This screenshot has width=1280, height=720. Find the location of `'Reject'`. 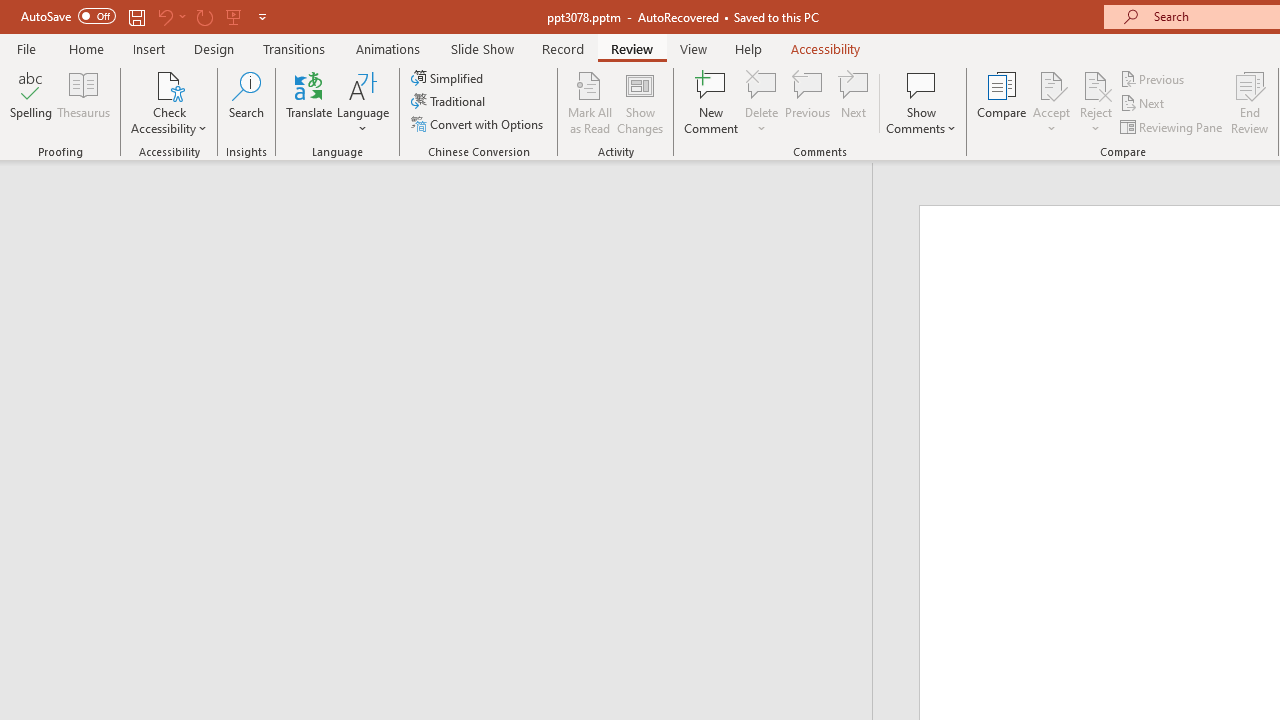

'Reject' is located at coordinates (1095, 103).